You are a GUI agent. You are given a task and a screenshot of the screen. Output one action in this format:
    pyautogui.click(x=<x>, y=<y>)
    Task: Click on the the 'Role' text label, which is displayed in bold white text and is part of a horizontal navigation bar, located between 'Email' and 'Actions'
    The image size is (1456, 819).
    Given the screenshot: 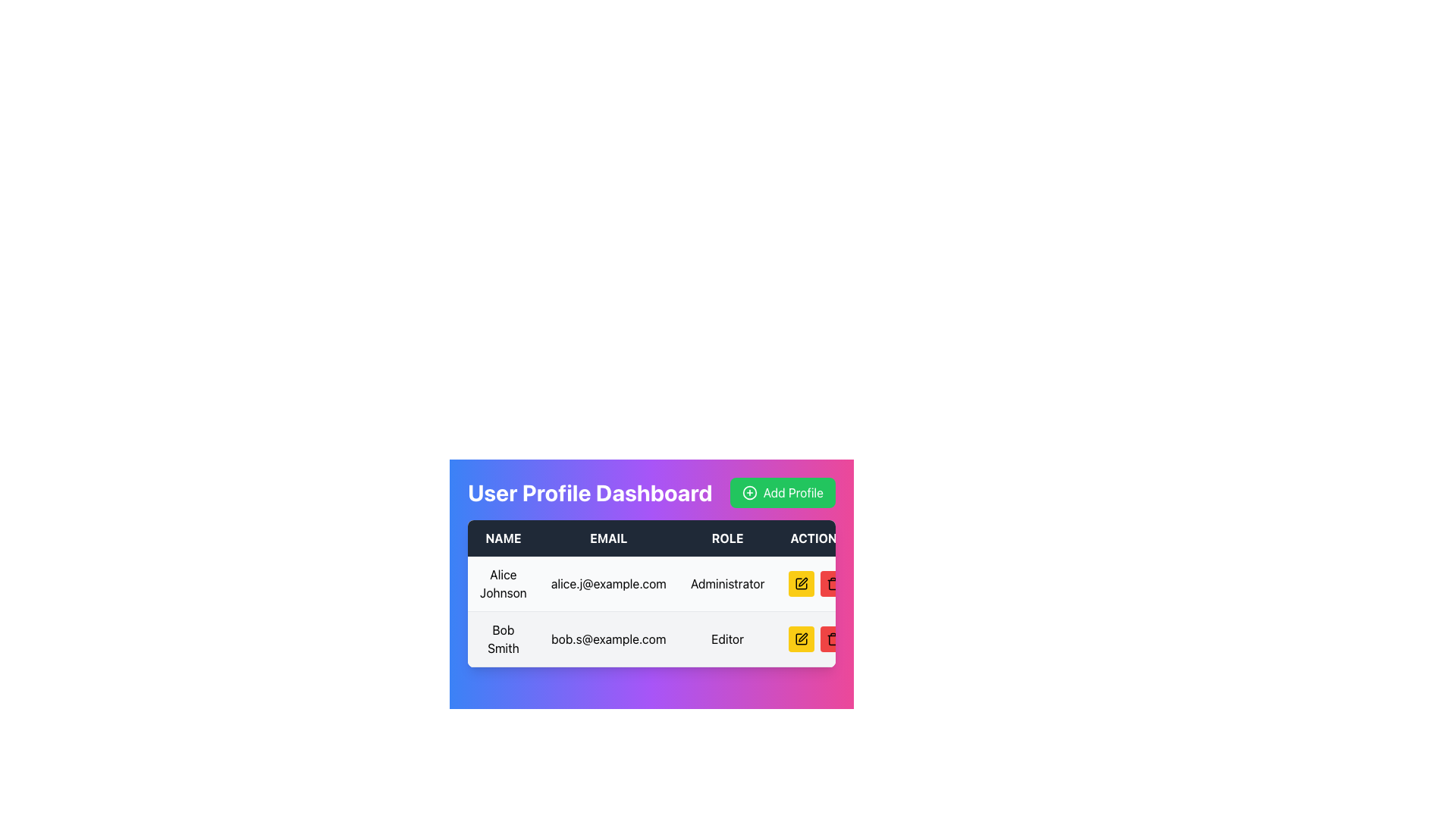 What is the action you would take?
    pyautogui.click(x=726, y=537)
    